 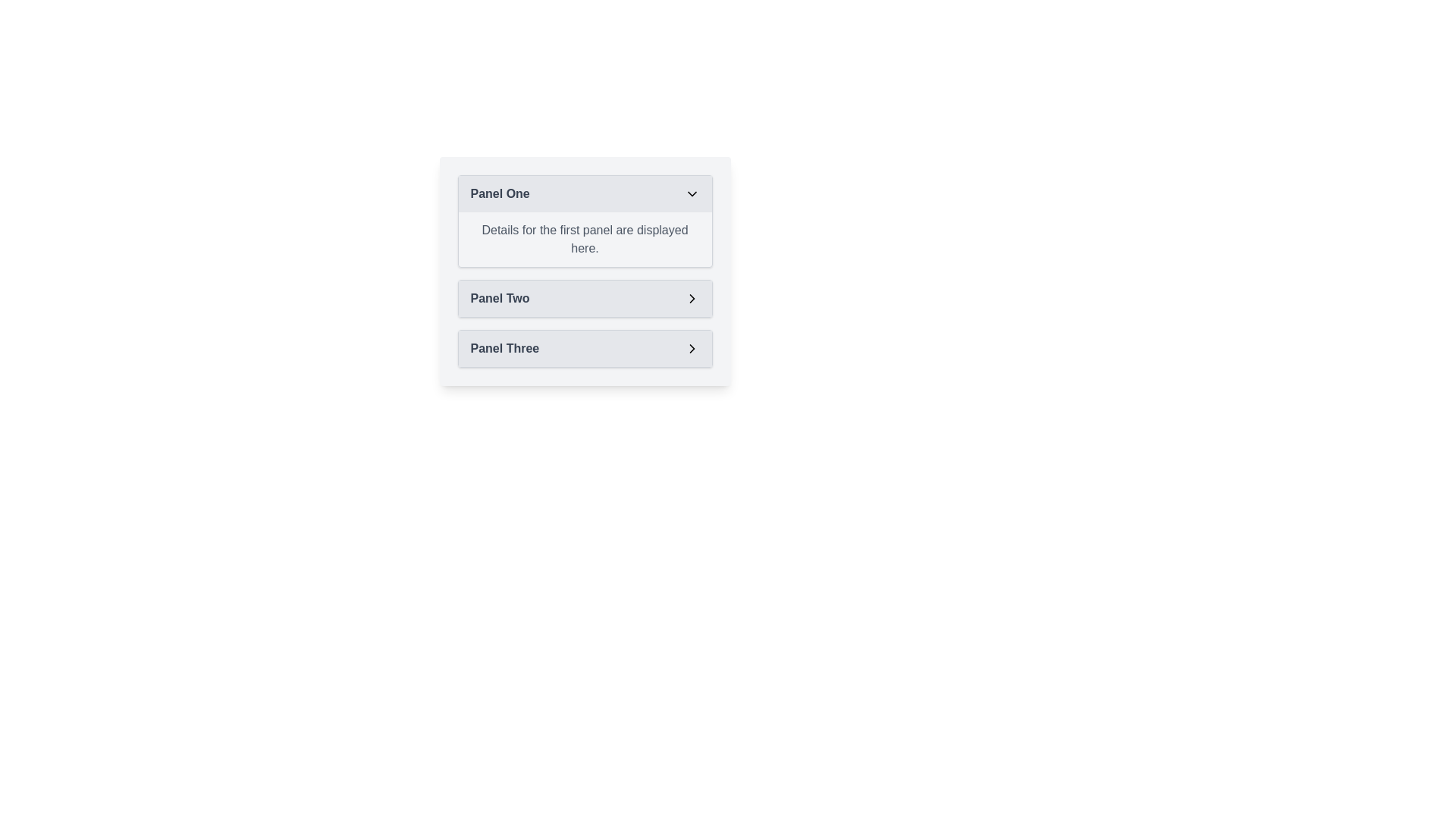 What do you see at coordinates (691, 348) in the screenshot?
I see `the chevron icon representing the navigational function for 'Panel Three'` at bounding box center [691, 348].